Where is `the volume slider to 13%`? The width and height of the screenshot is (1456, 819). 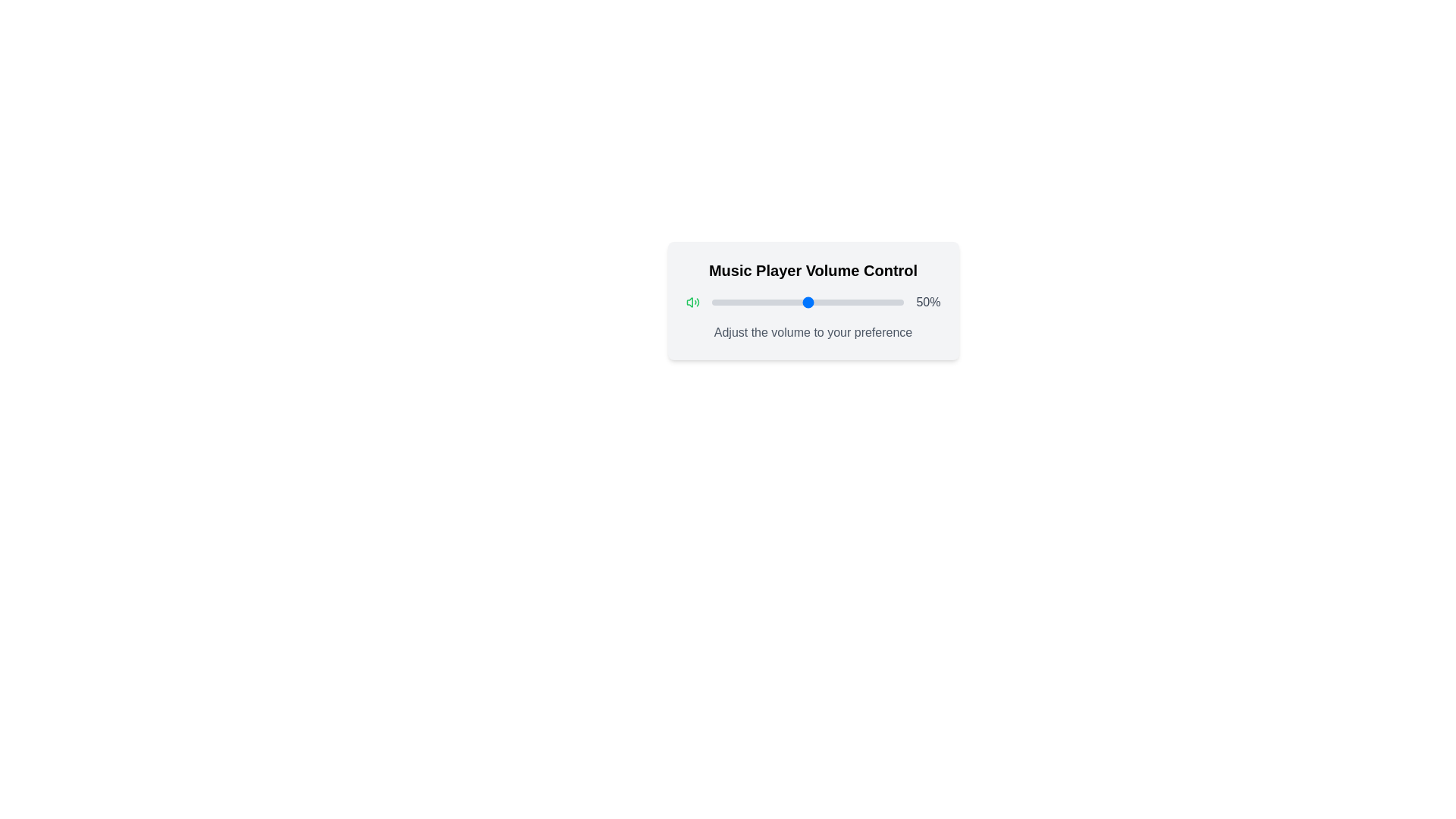 the volume slider to 13% is located at coordinates (736, 302).